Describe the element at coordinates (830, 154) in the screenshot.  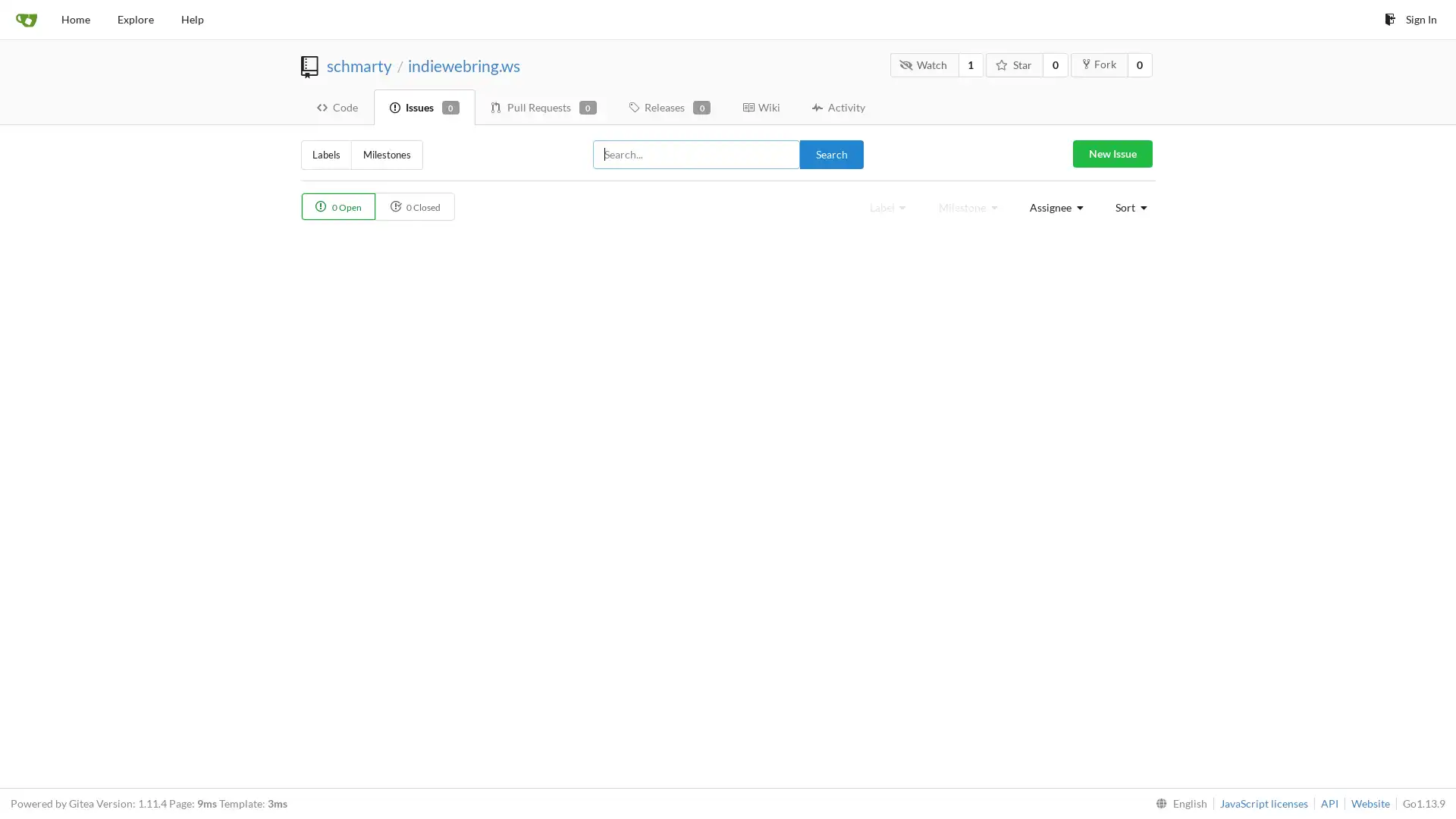
I see `Search` at that location.